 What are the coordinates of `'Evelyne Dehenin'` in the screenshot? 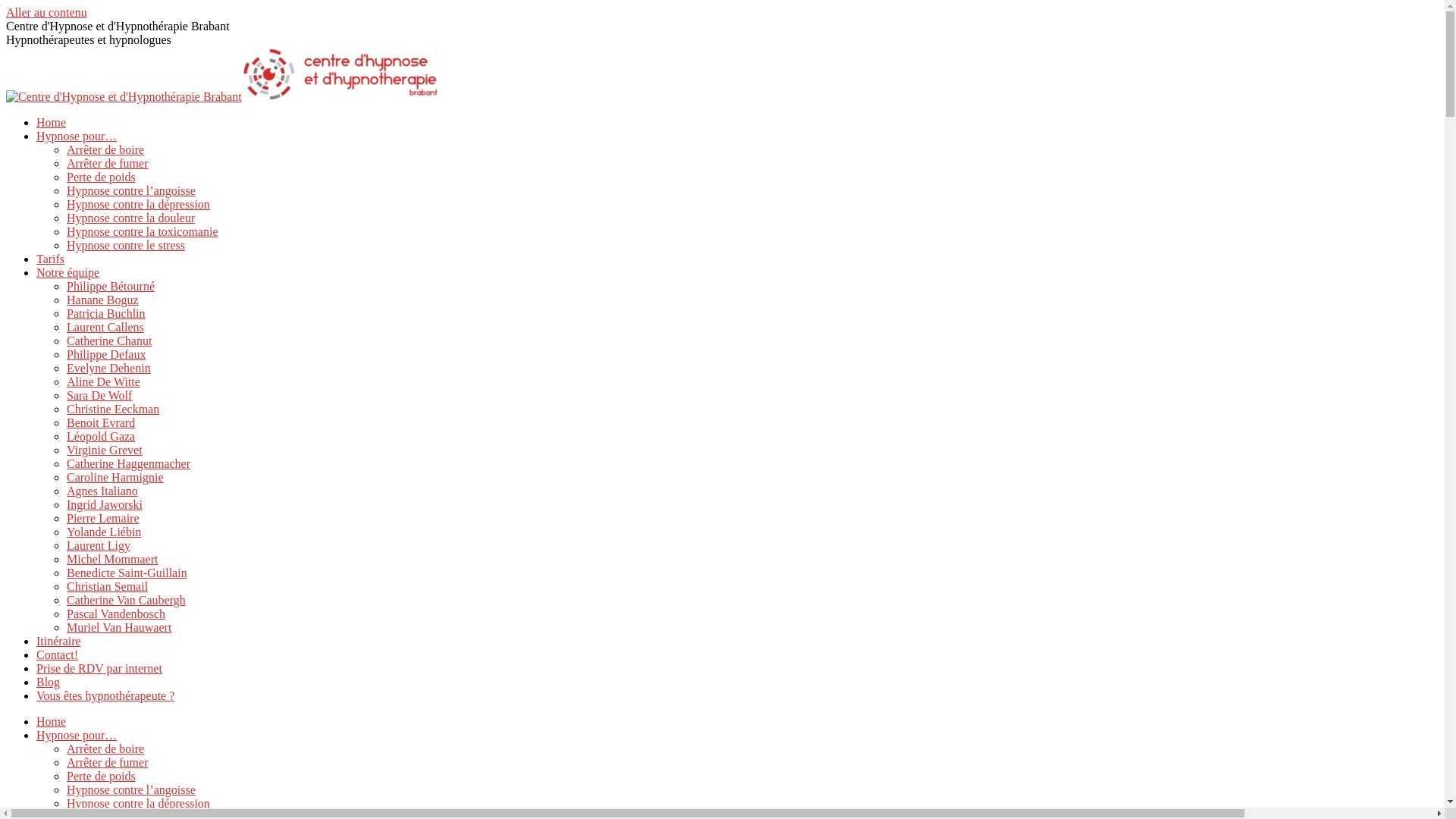 It's located at (65, 368).